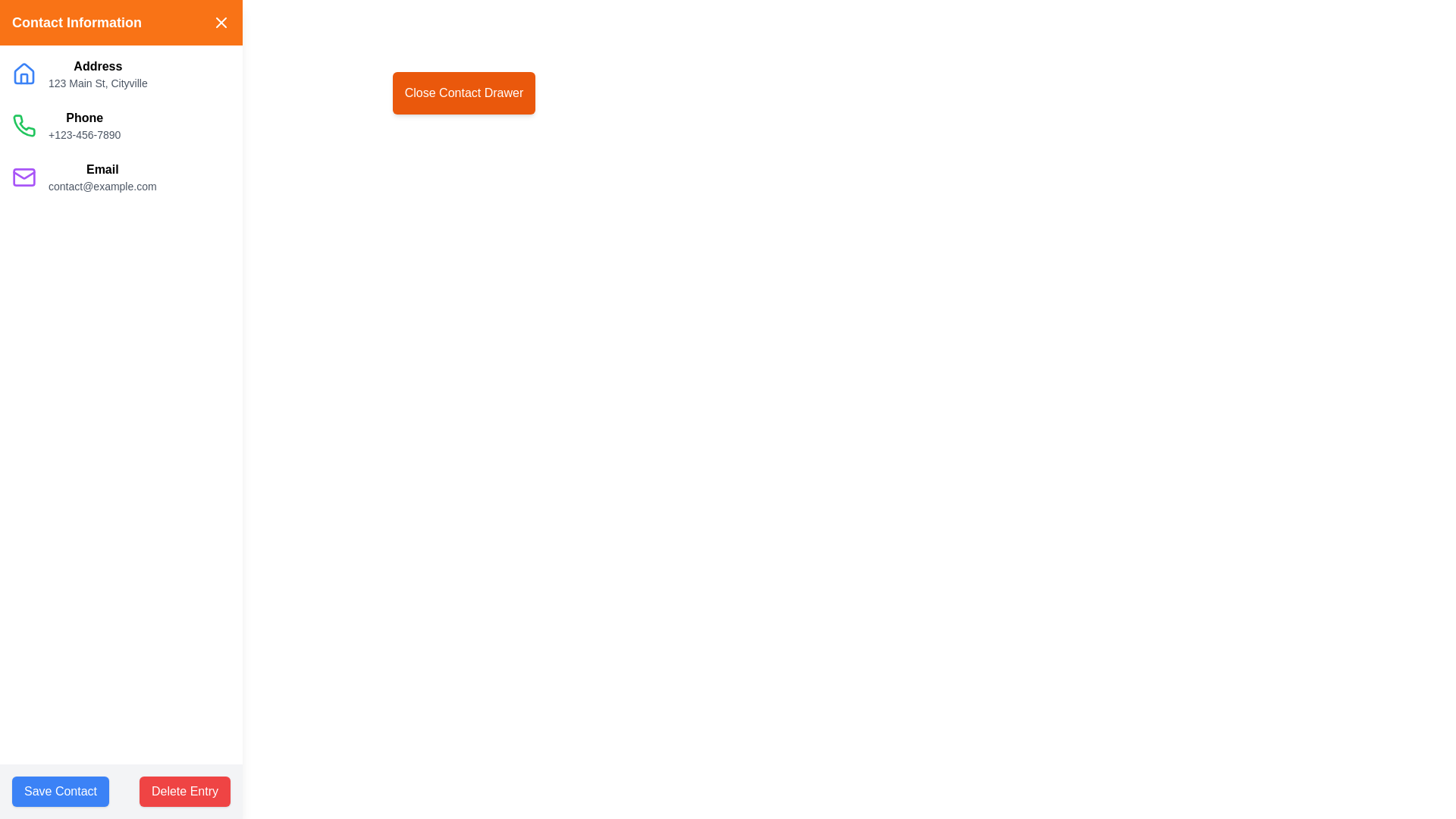 This screenshot has height=819, width=1456. I want to click on the static text label displaying '123 Main St, Cityville', which is located beneath the bolded title 'Address' in the contact information section, so click(97, 83).